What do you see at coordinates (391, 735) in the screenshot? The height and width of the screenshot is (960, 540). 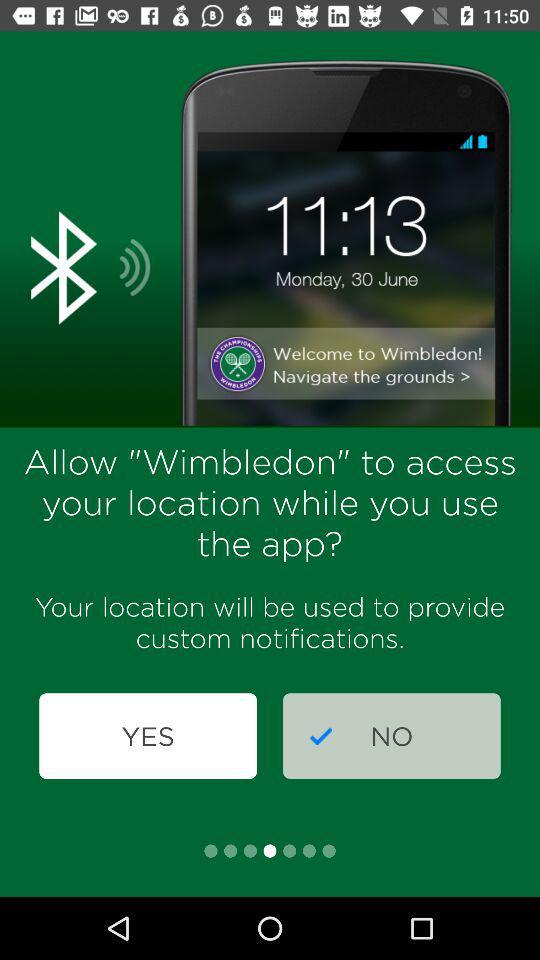 I see `icon next to yes` at bounding box center [391, 735].